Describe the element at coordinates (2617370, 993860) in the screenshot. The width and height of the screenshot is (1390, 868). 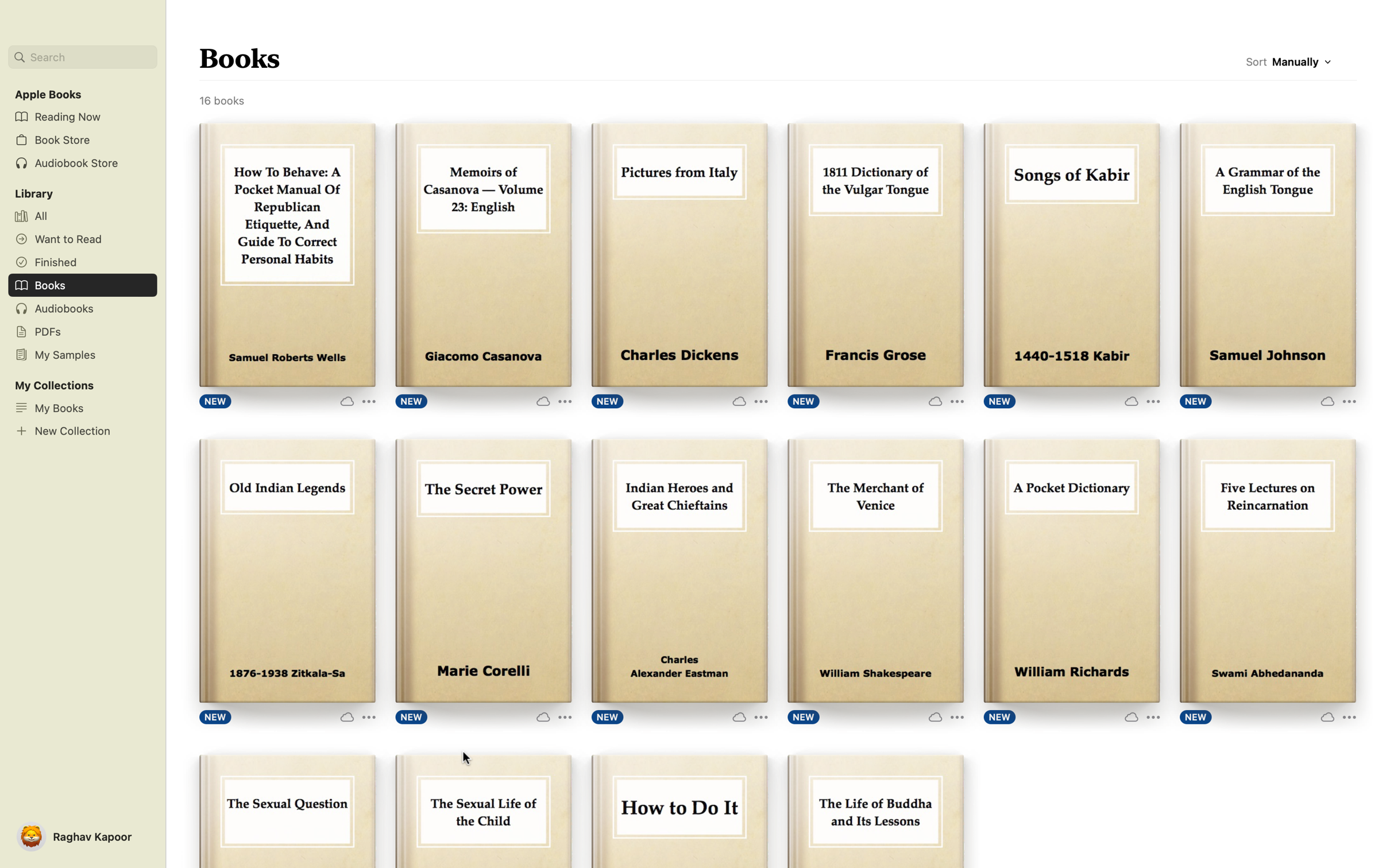
I see `Navigate downwards to view additional books in the library` at that location.